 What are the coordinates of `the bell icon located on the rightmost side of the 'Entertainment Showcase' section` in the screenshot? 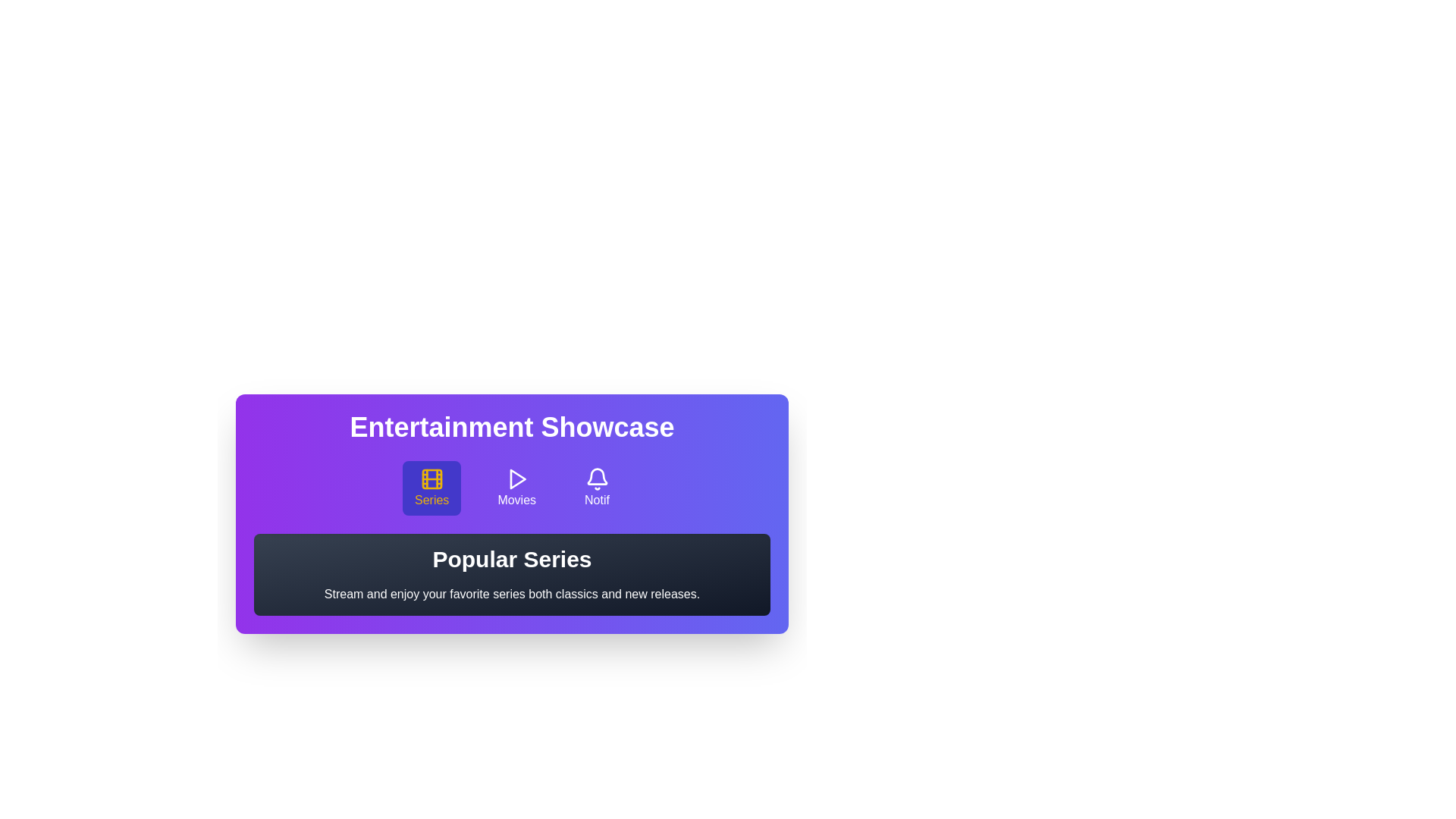 It's located at (596, 479).